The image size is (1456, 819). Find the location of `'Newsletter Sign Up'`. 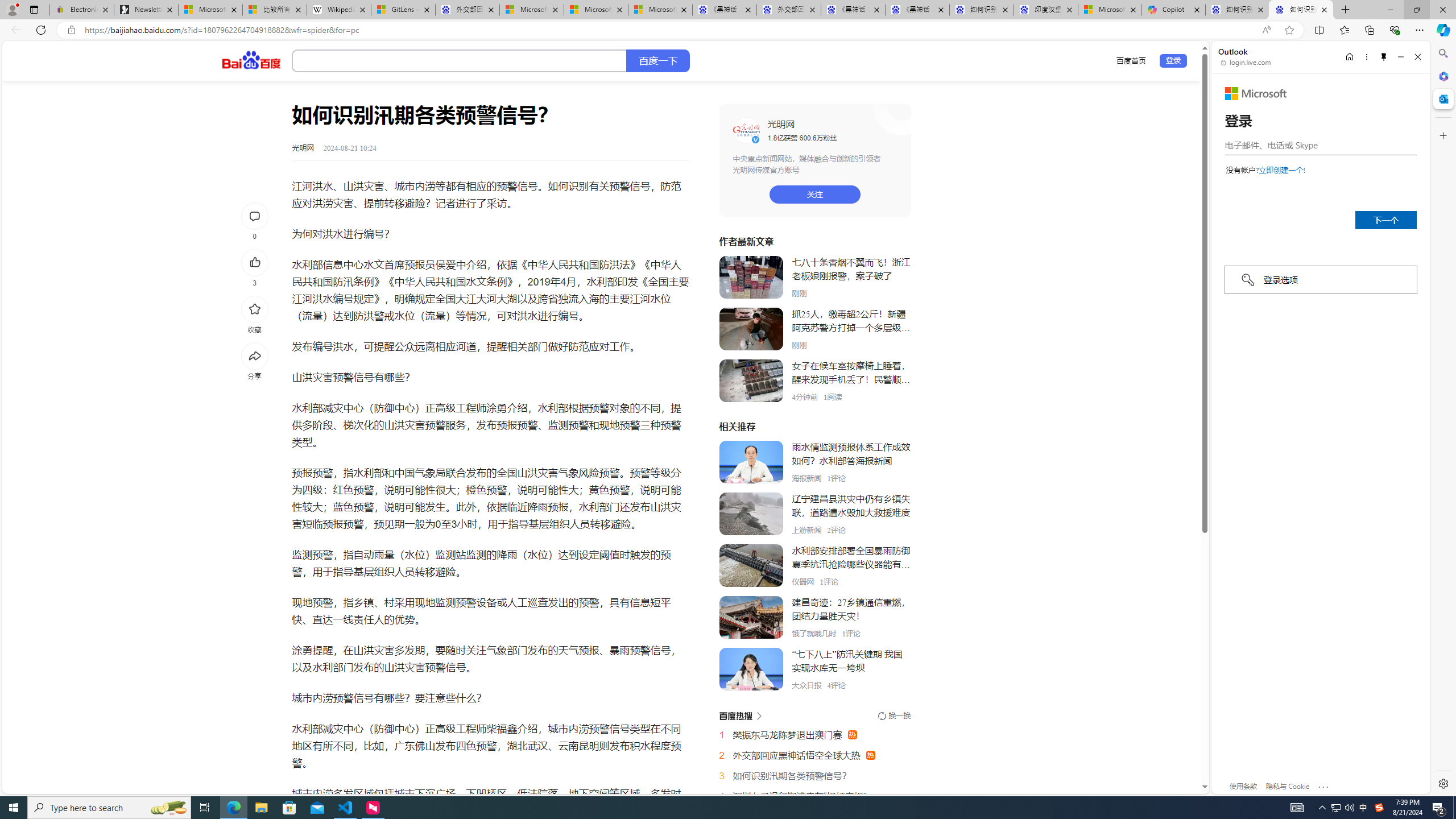

'Newsletter Sign Up' is located at coordinates (146, 9).